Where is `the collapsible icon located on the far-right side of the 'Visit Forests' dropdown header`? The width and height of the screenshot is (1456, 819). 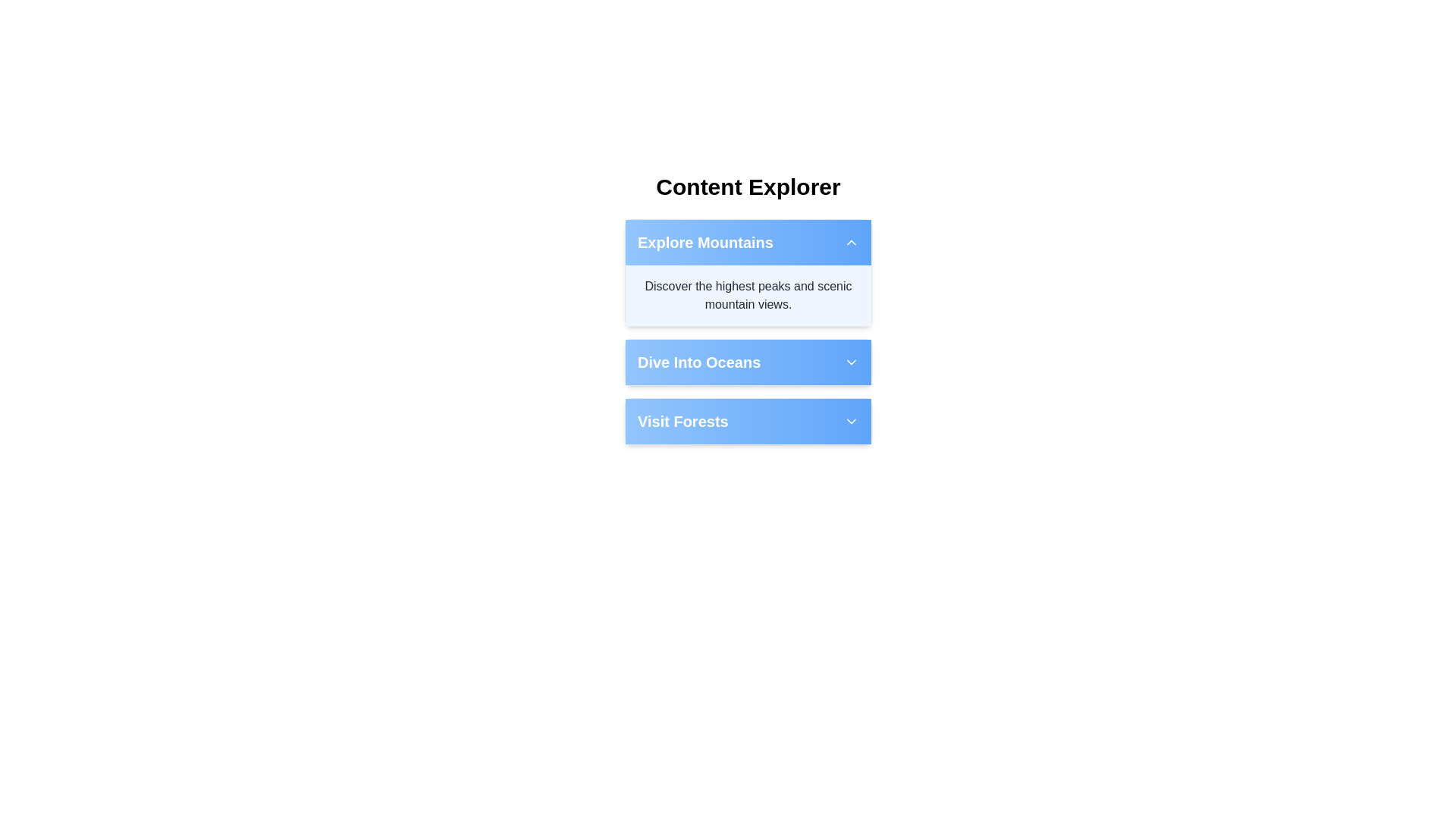
the collapsible icon located on the far-right side of the 'Visit Forests' dropdown header is located at coordinates (852, 421).